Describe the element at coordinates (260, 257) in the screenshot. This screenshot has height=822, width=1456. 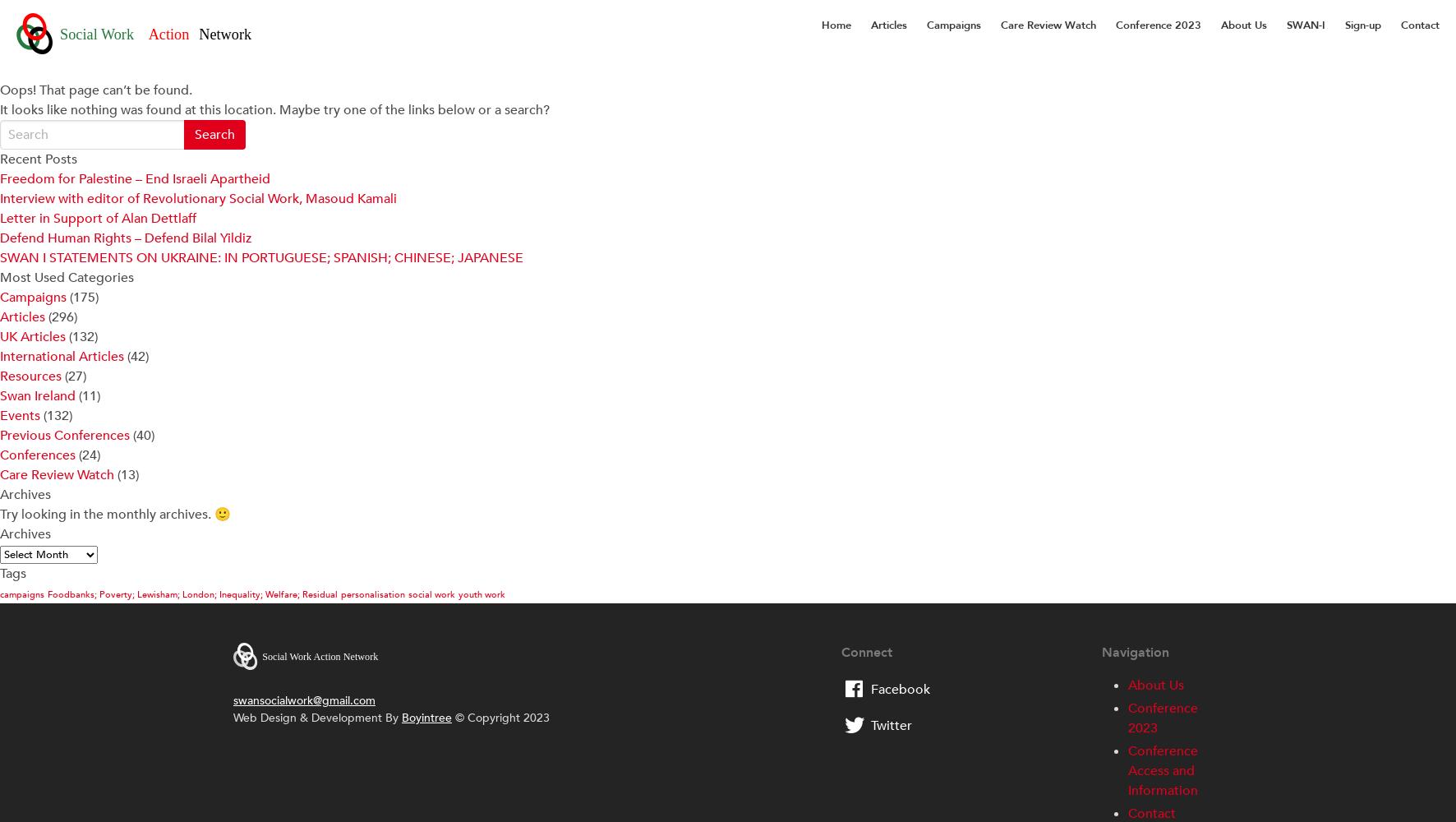
I see `'SWAN I STATEMENTS ON UKRAINE: IN PORTUGUESE; SPANISH; CHINESE; JAPANESE'` at that location.